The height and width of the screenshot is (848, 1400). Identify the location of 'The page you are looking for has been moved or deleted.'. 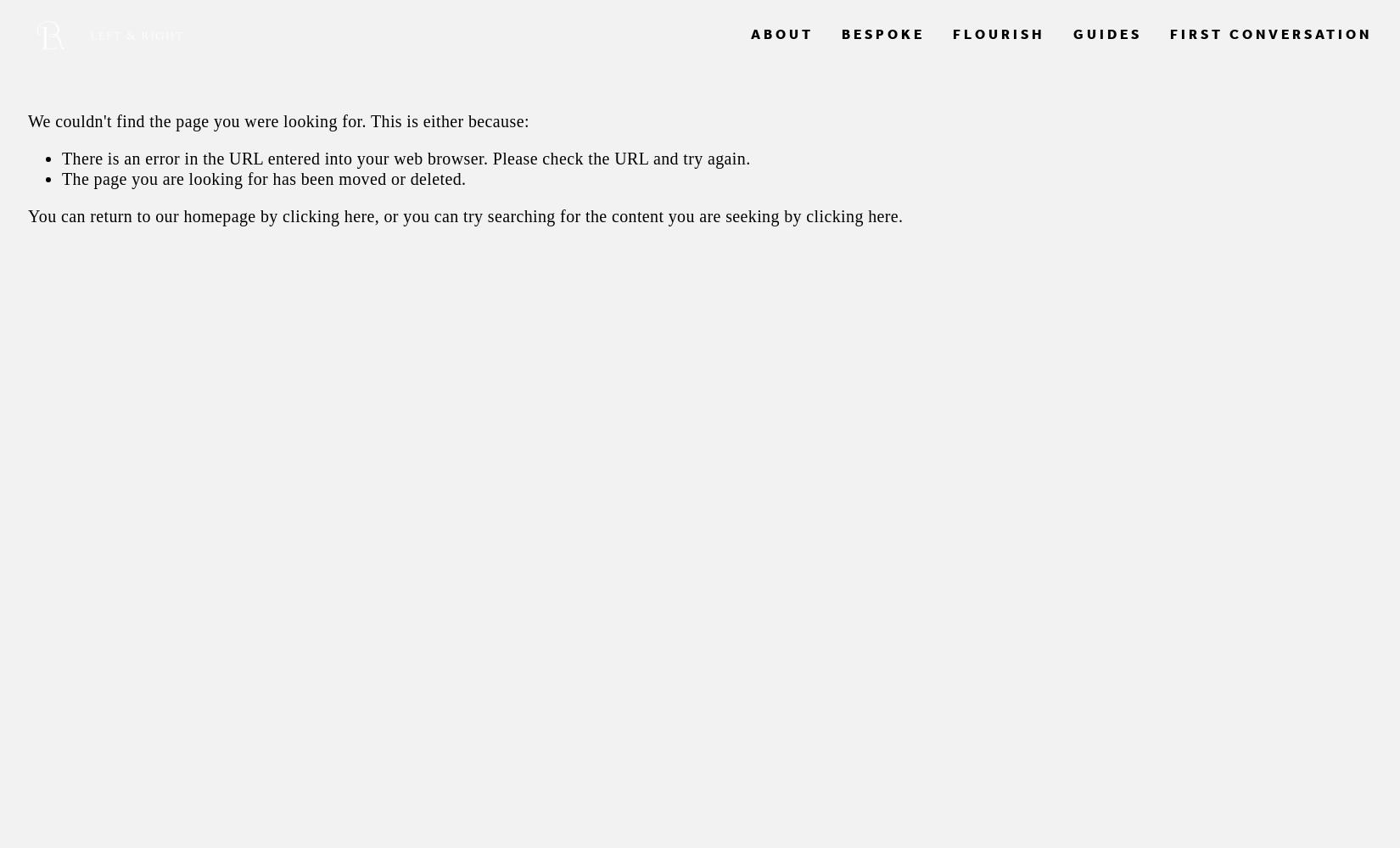
(264, 177).